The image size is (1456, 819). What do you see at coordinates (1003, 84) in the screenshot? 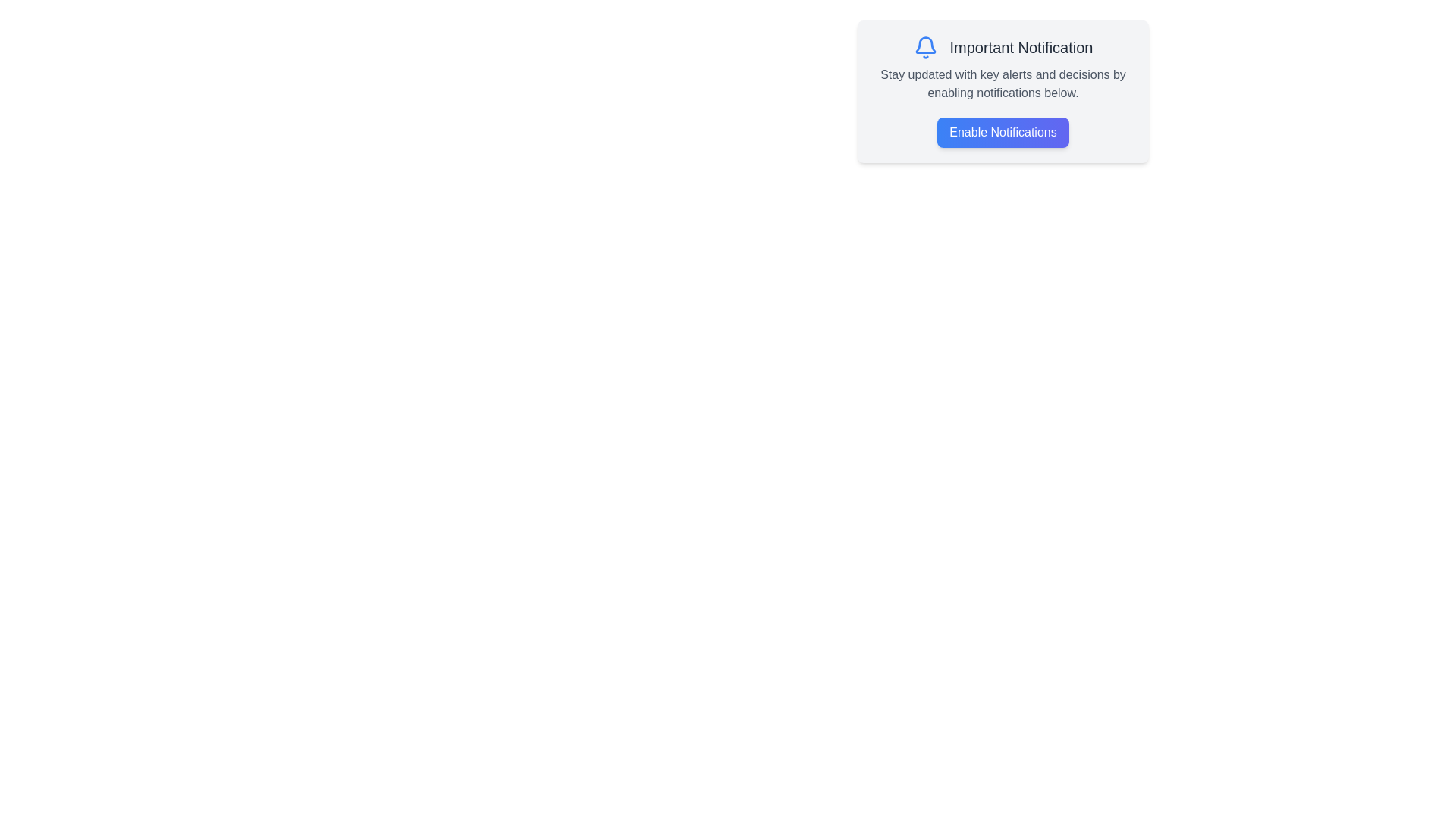
I see `the text content that provides information about the notifications feature, located below the 'Important Notification' title and above the 'Enable Notifications' button` at bounding box center [1003, 84].